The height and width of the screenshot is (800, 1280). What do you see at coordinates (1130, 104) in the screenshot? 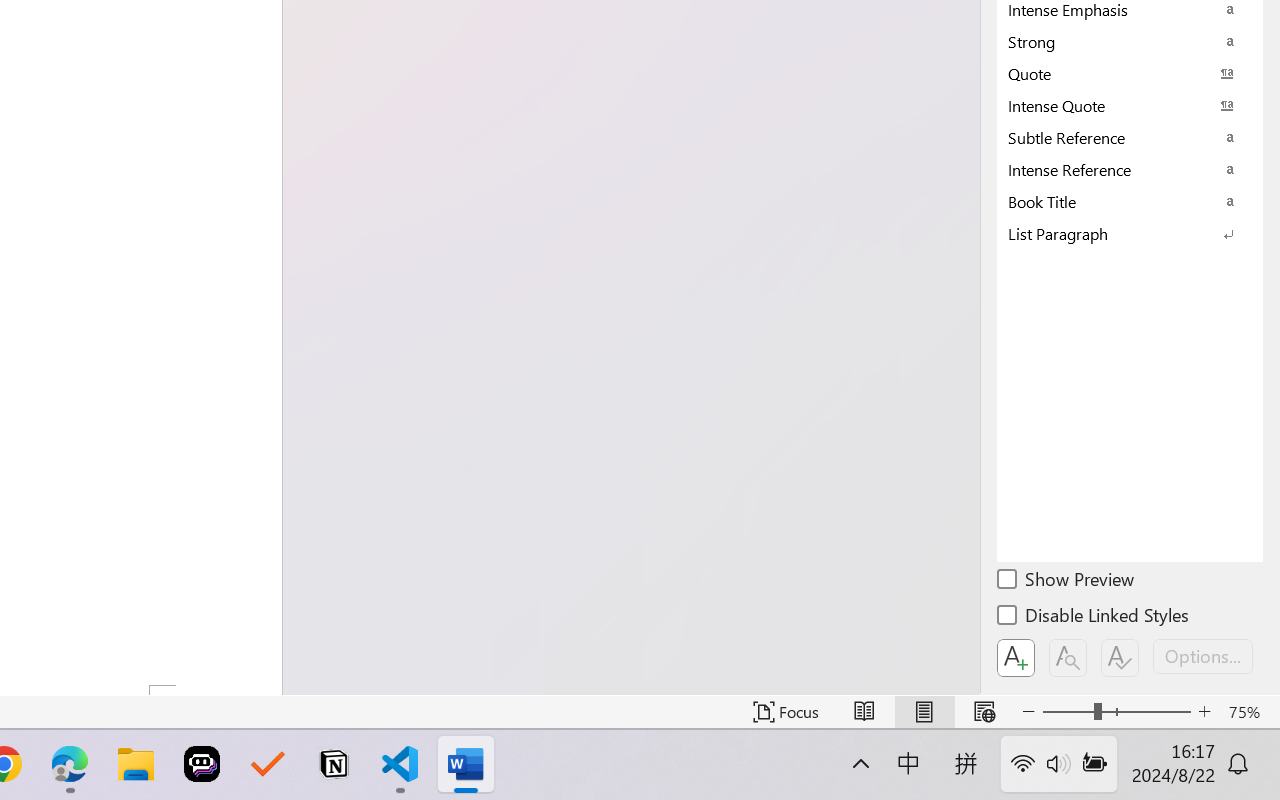
I see `'Intense Quote'` at bounding box center [1130, 104].